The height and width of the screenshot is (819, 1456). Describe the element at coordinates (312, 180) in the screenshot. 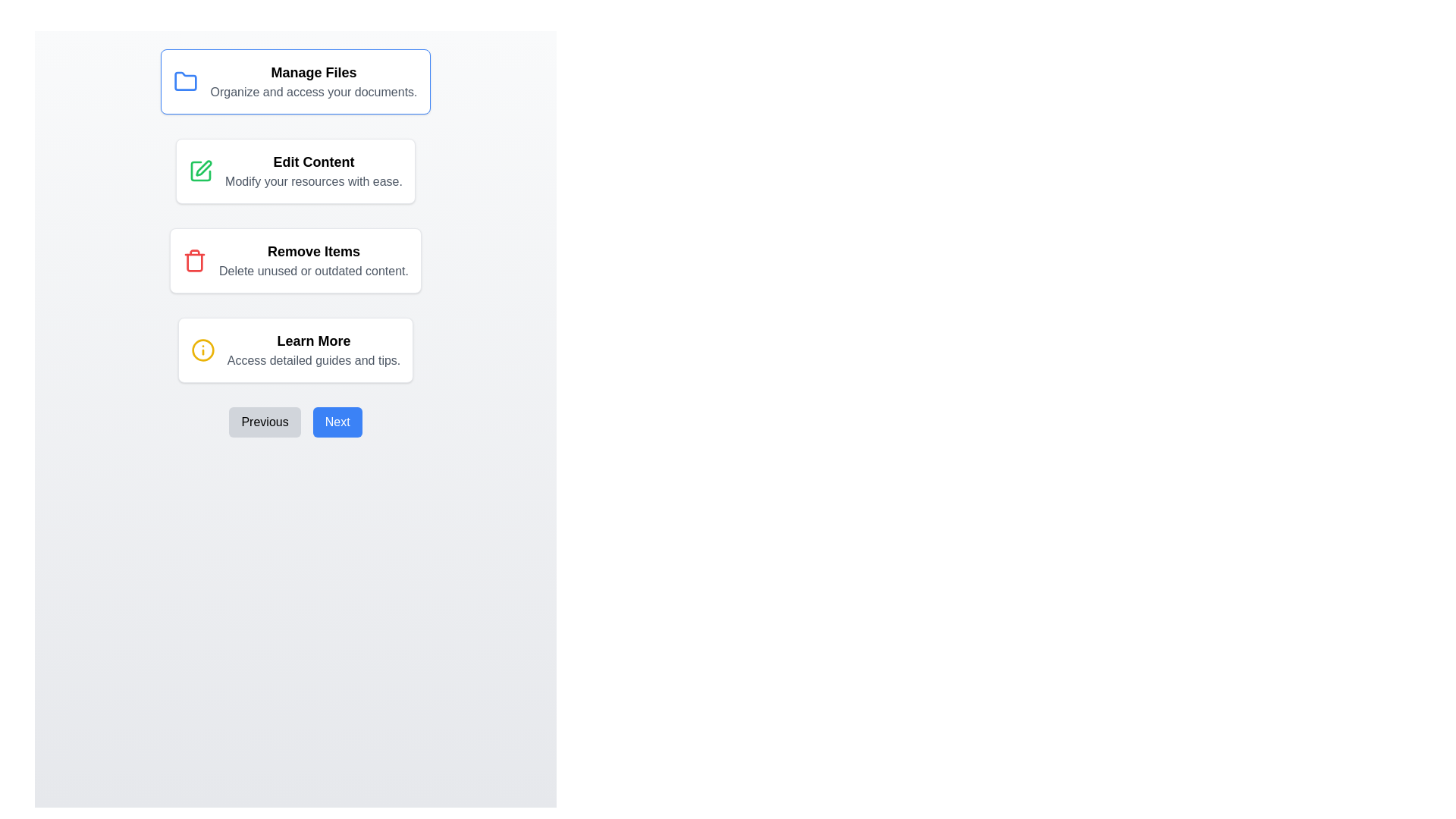

I see `the text label displaying 'Modify your resources with ease.' which is styled as a secondary description beneath the heading 'Edit Content'` at that location.